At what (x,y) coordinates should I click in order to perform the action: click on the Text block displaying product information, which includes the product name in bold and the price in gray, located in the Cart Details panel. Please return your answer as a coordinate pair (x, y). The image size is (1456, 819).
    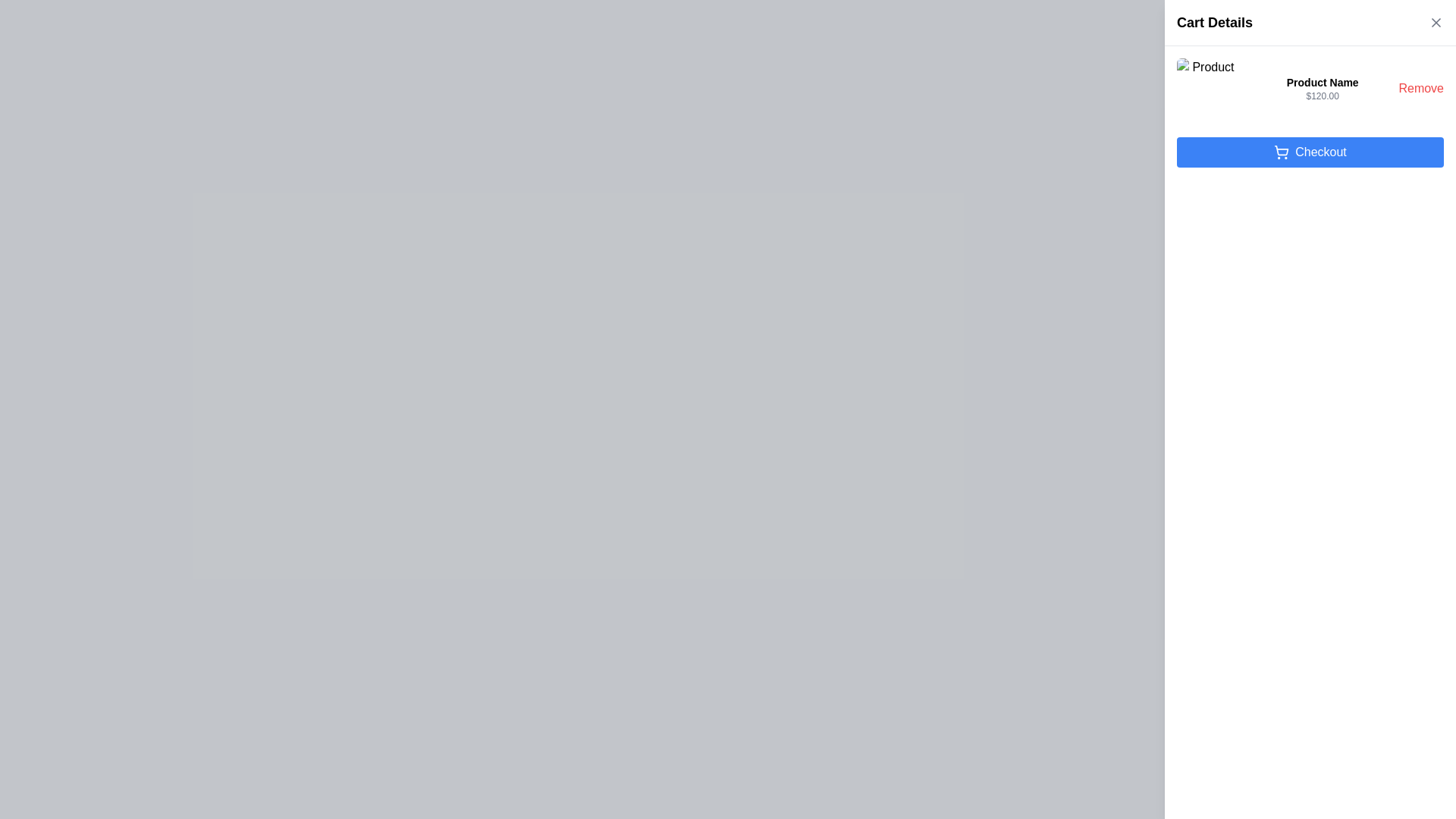
    Looking at the image, I should click on (1322, 88).